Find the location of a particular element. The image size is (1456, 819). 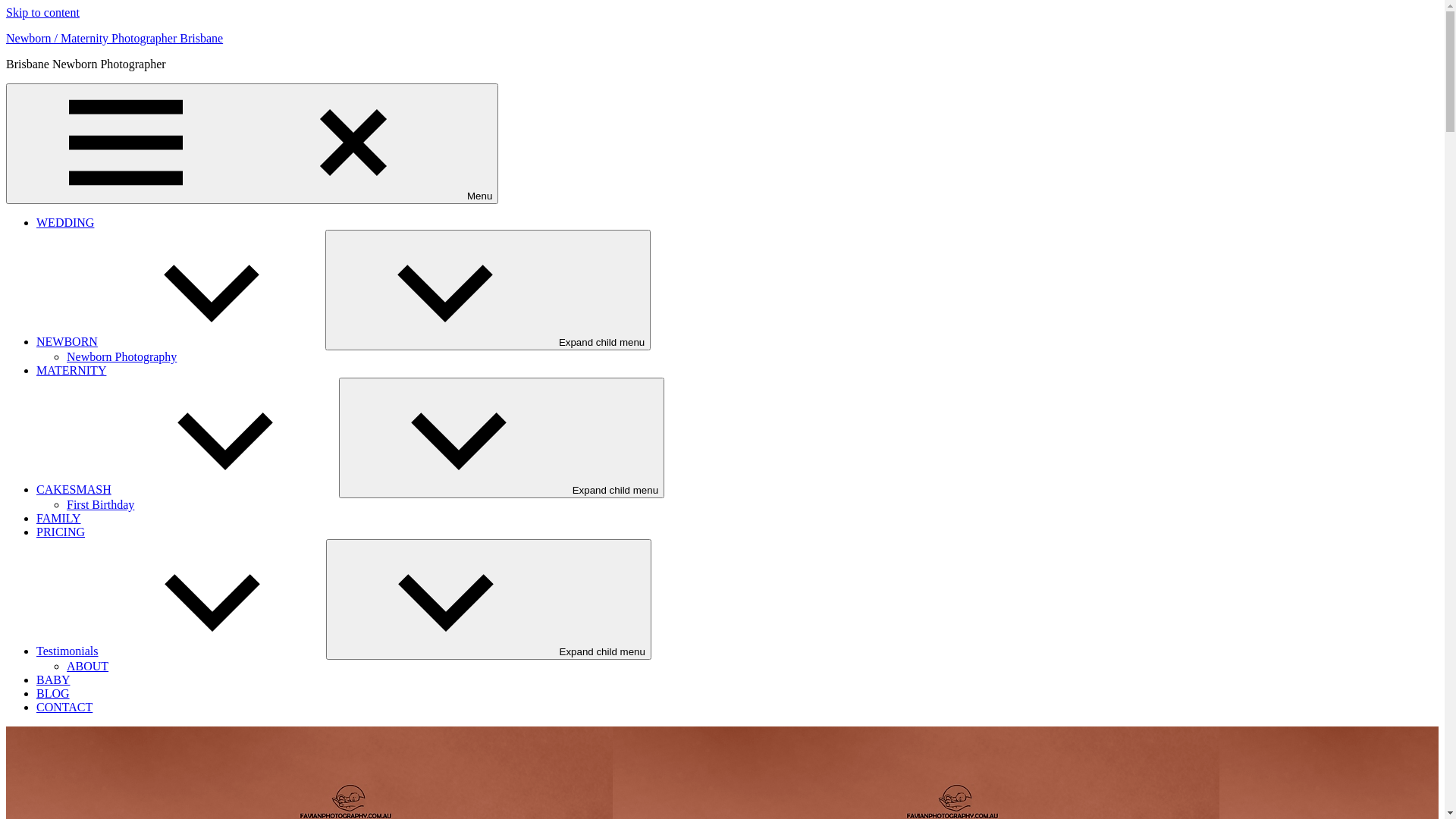

'Testimonials' is located at coordinates (181, 650).